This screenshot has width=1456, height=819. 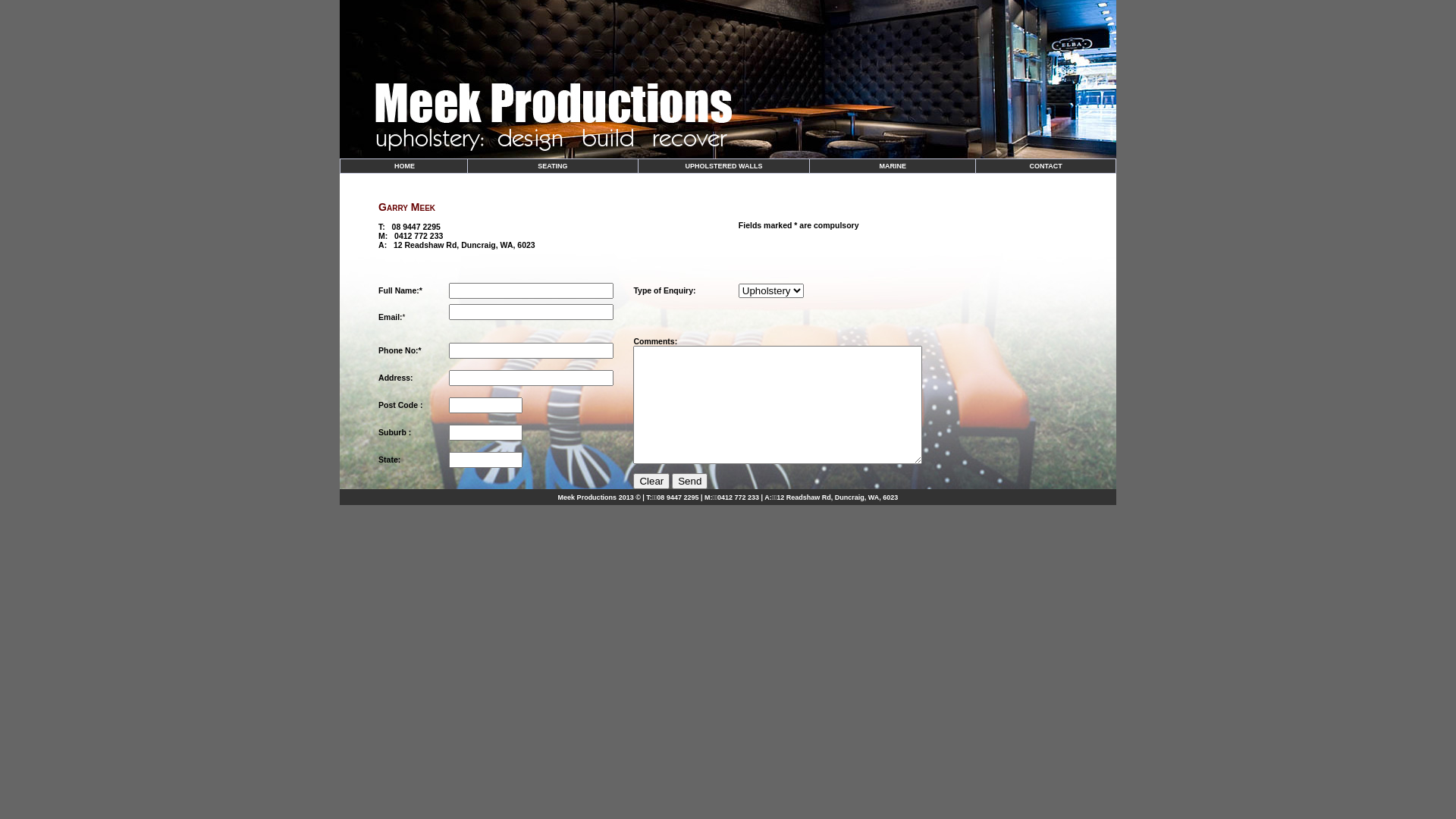 What do you see at coordinates (531, 311) in the screenshot?
I see `'Enter your email address'` at bounding box center [531, 311].